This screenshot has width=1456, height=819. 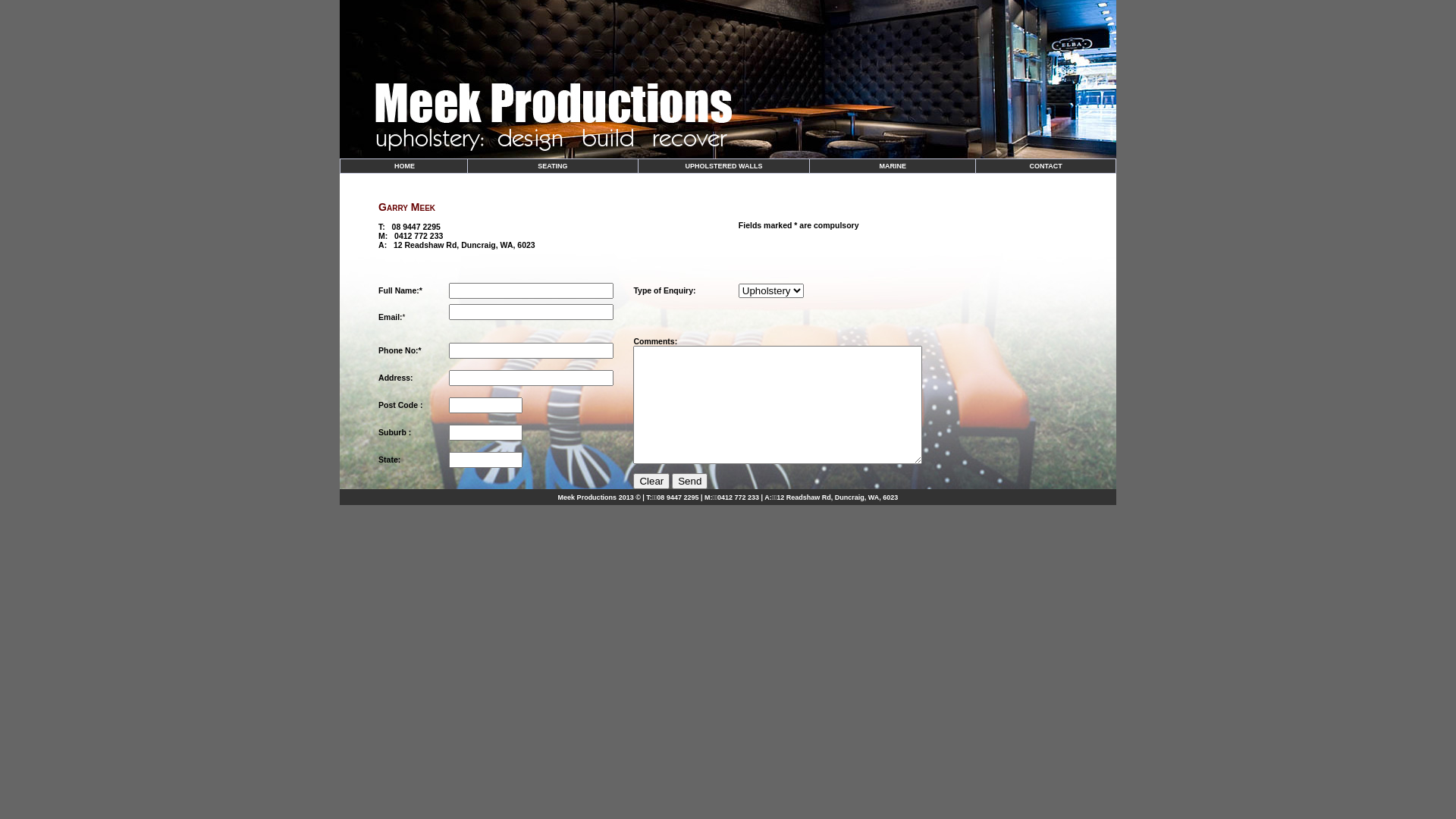 What do you see at coordinates (531, 311) in the screenshot?
I see `'Enter your email address'` at bounding box center [531, 311].